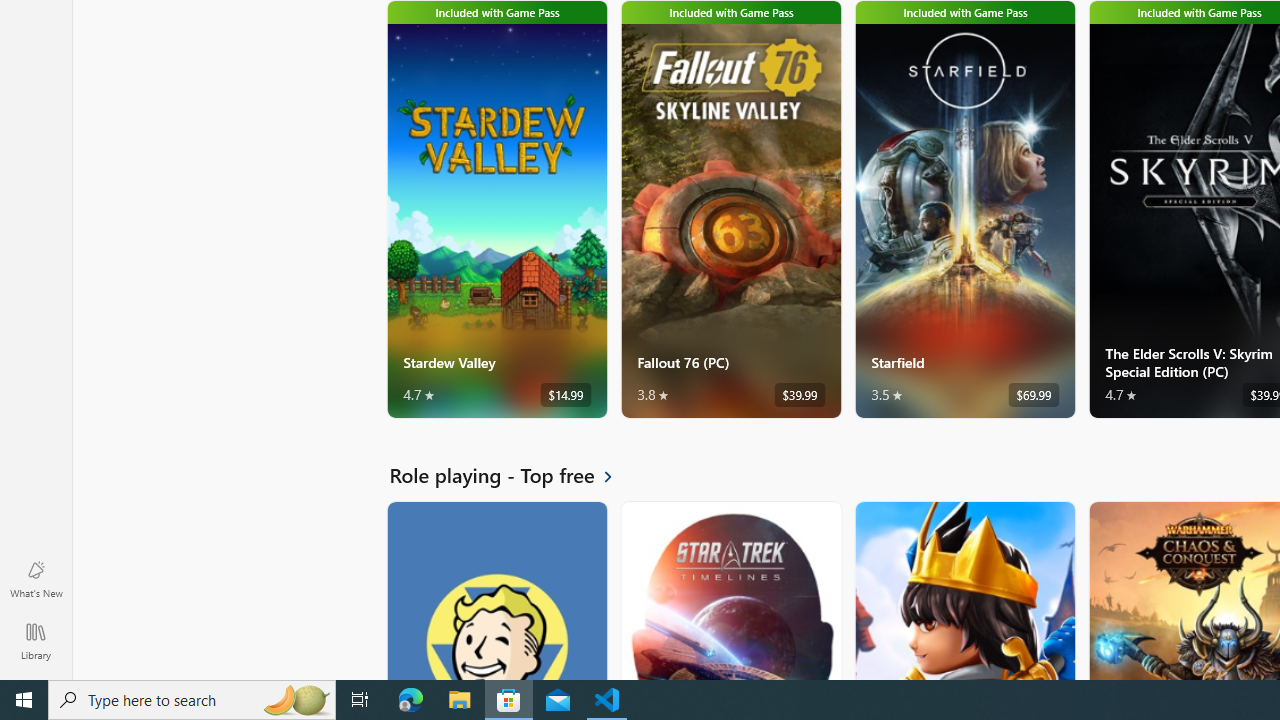 This screenshot has height=720, width=1280. Describe the element at coordinates (35, 578) in the screenshot. I see `'What'` at that location.